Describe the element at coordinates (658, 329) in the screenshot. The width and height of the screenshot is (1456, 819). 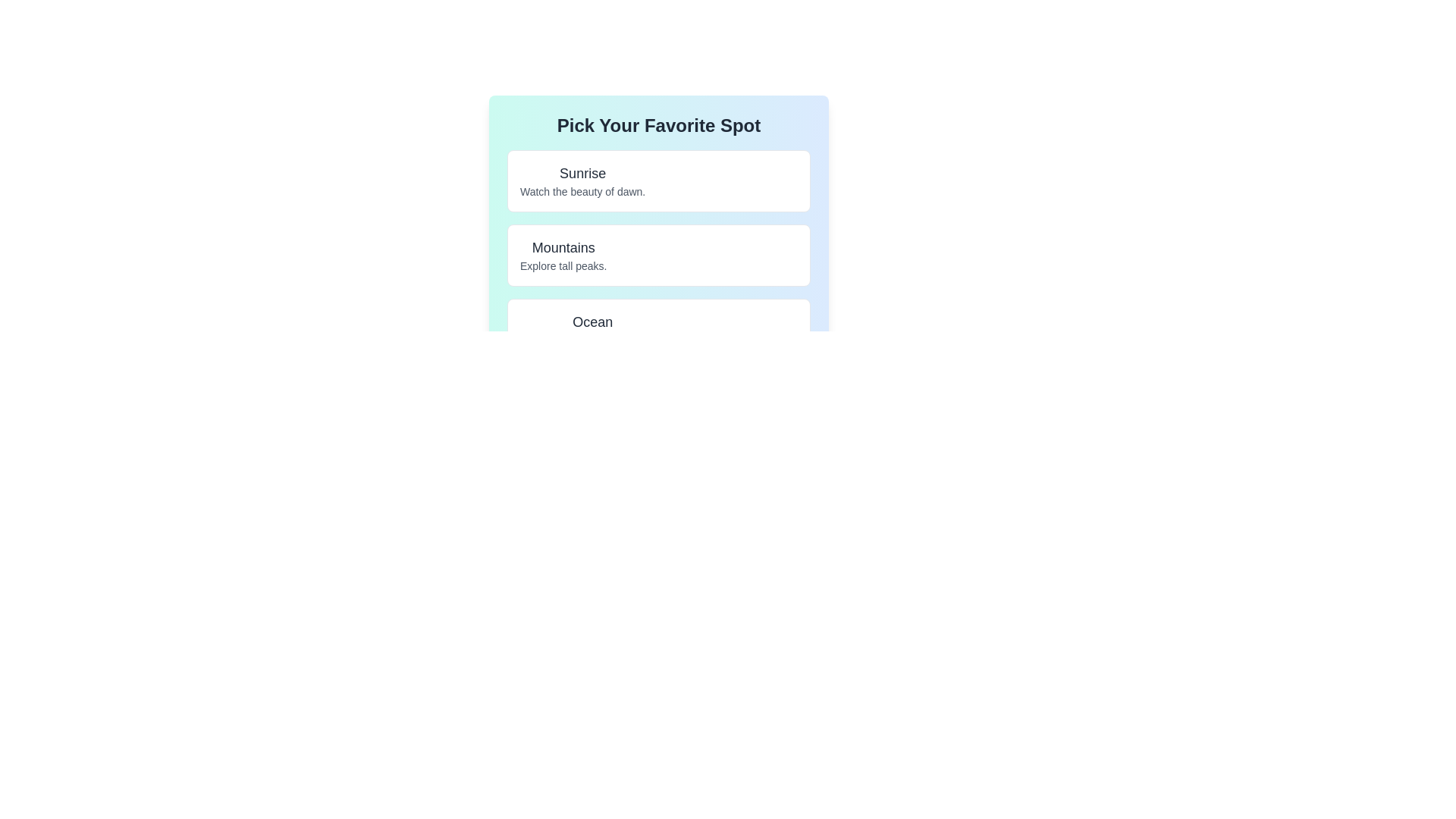
I see `the informational card related to 'Ocean', which is the third element in the vertical list titled 'Pick Your Favorite Spot'` at that location.